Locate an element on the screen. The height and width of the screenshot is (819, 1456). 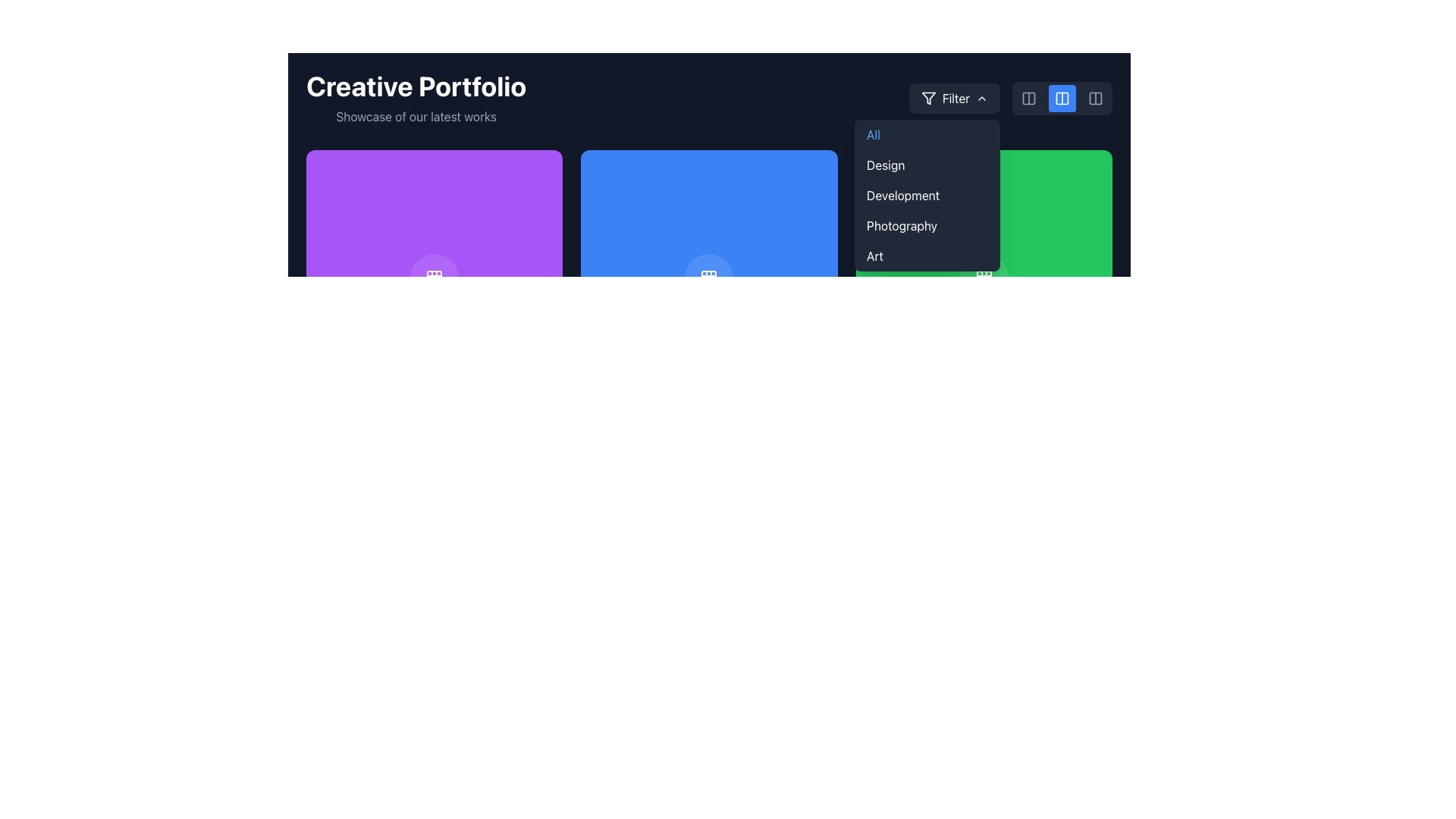
the 'Art' filter button, which is the fifth item in the vertical dropdown menu under the 'Filter' button, to trigger a visual change is located at coordinates (927, 256).